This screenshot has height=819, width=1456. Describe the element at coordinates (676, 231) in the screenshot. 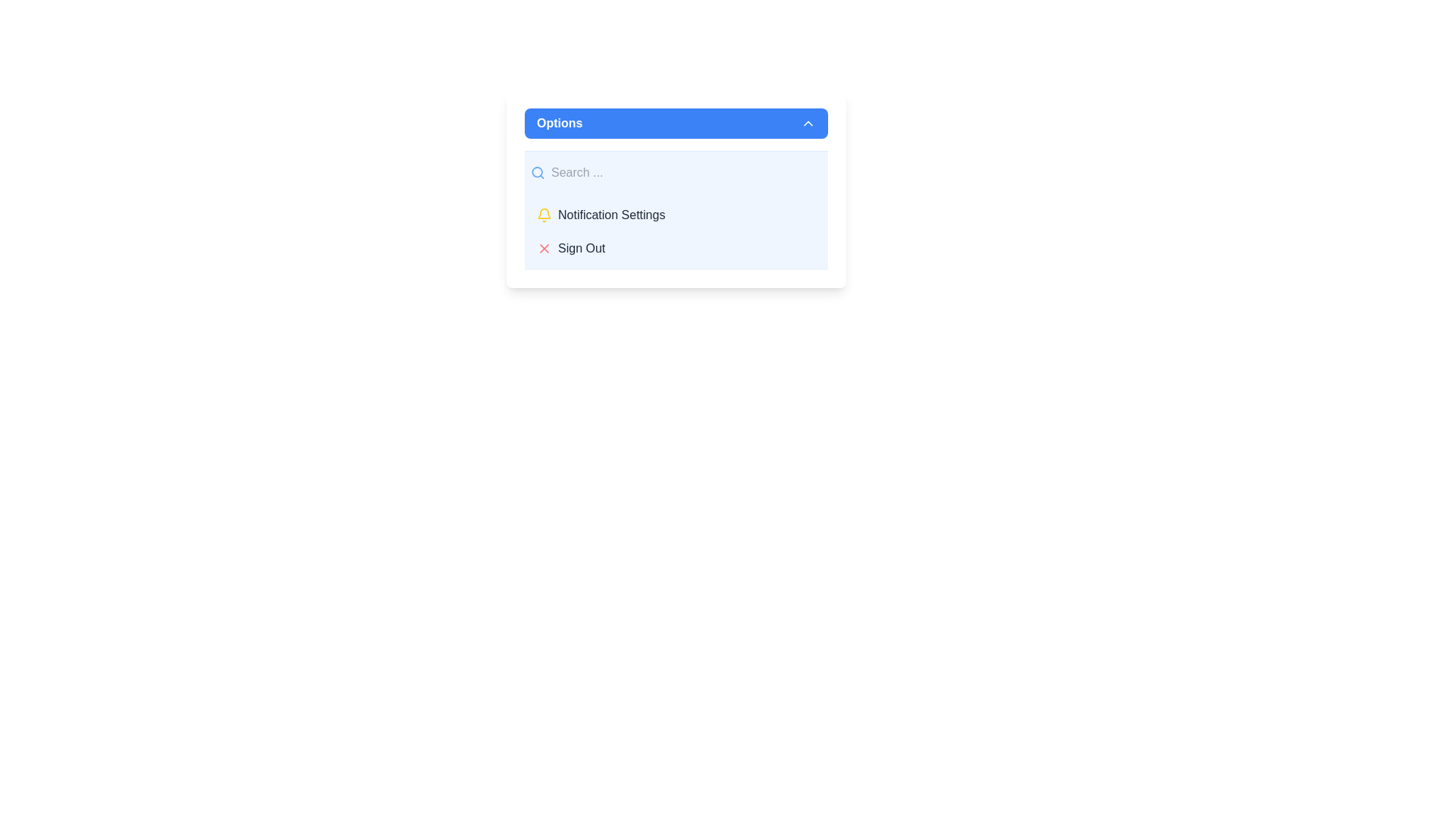

I see `the Dropdown menu option group that contains 'Notification Settings' with a yellow bell icon and 'Sign Out' with a red 'X' icon, located centrally beneath a search bar` at that location.